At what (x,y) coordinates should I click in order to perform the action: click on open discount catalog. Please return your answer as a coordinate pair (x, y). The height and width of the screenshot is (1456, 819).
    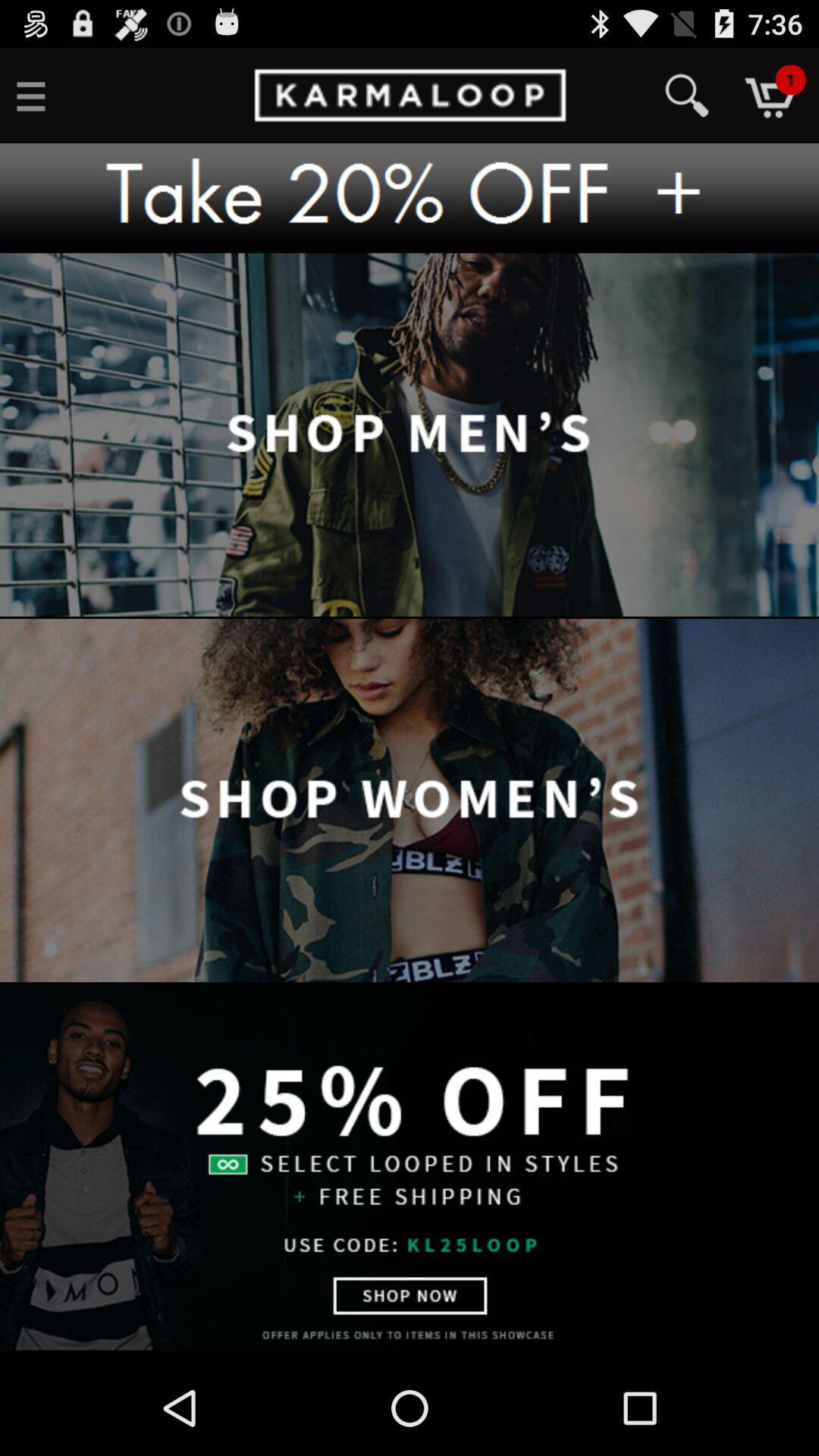
    Looking at the image, I should click on (409, 1166).